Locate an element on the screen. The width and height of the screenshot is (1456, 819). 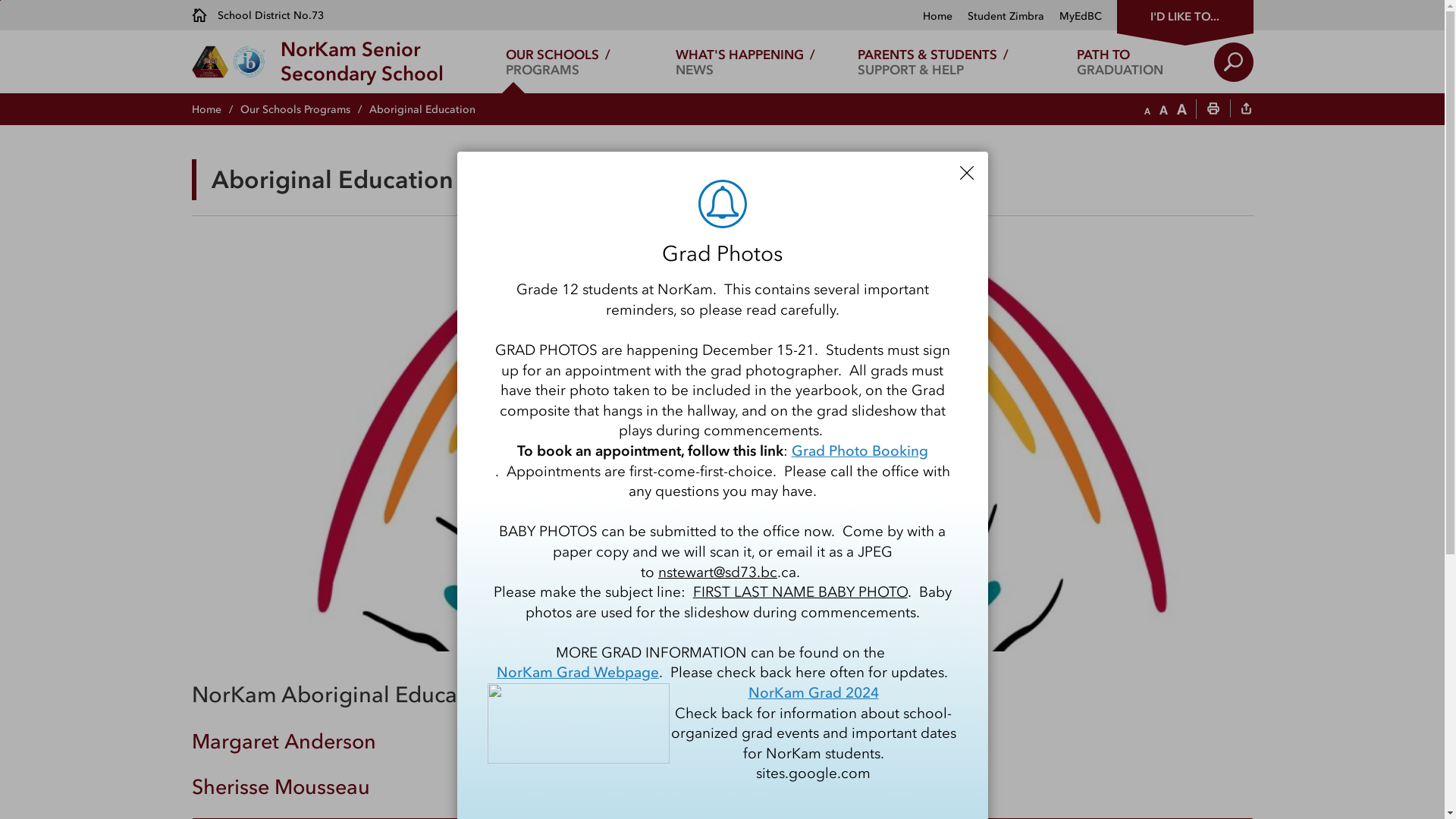
'NorKam Grad Webpage' is located at coordinates (577, 672).